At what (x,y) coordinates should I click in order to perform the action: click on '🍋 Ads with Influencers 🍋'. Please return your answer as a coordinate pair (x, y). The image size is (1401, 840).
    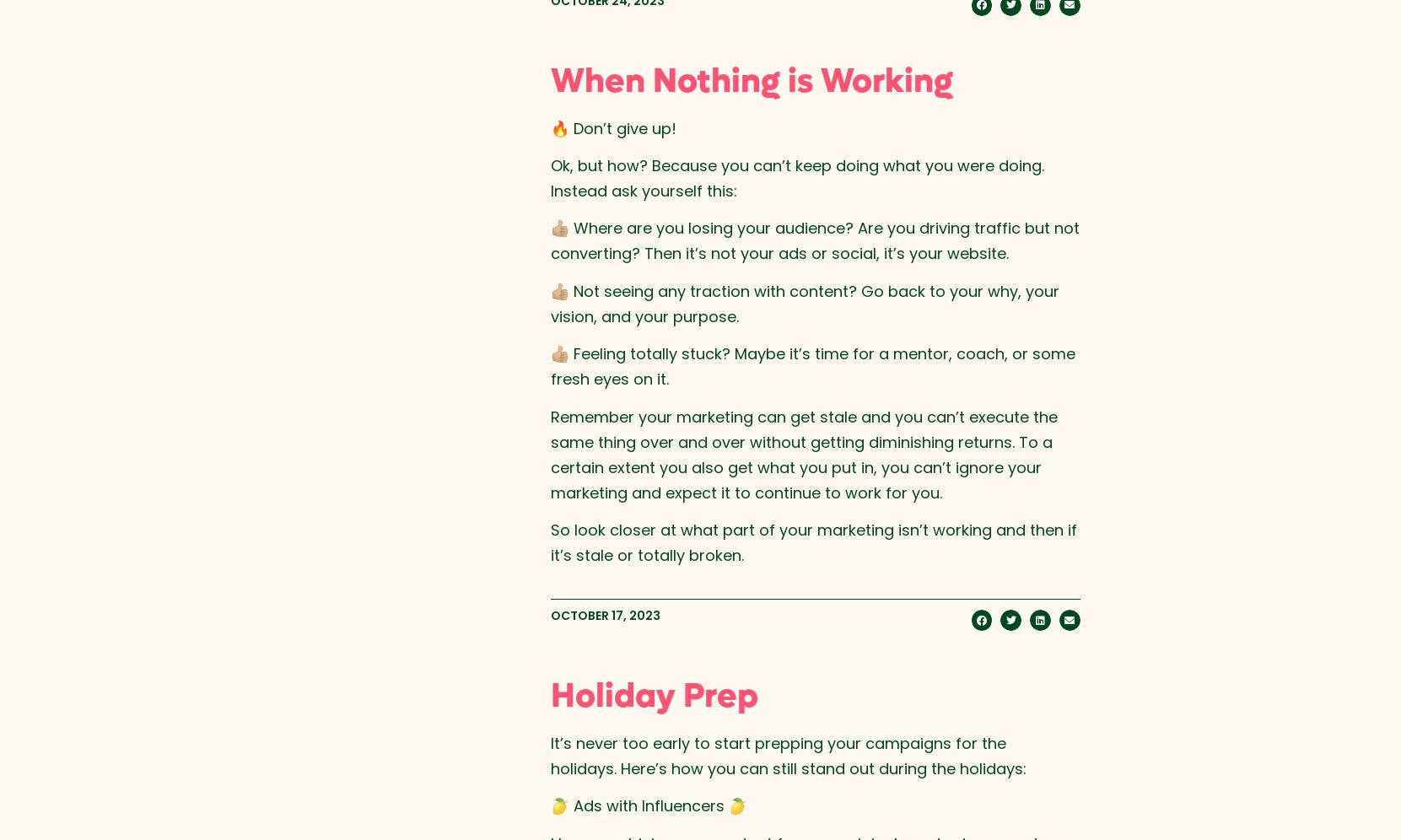
    Looking at the image, I should click on (647, 805).